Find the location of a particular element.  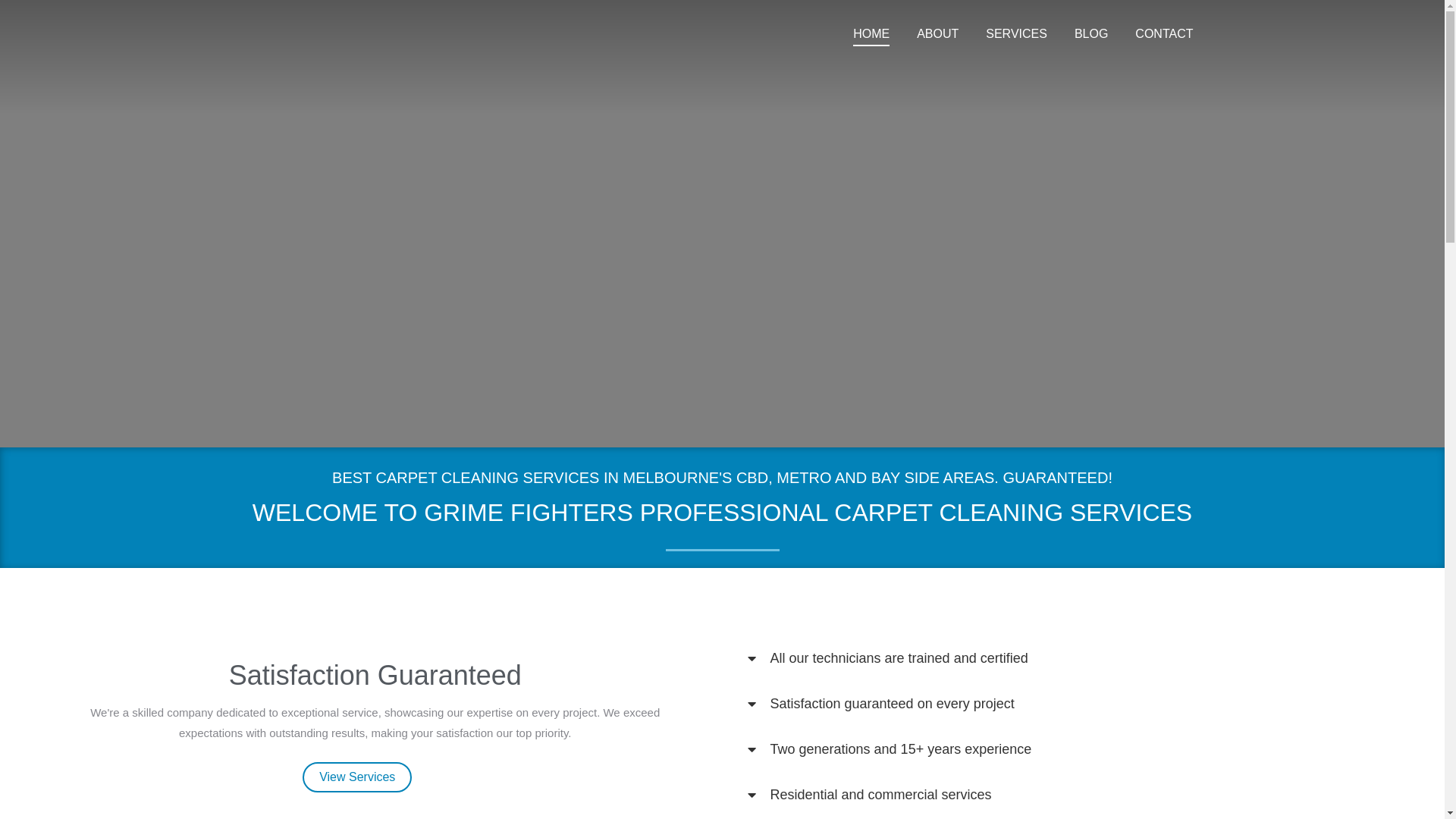

'View Services' is located at coordinates (356, 777).